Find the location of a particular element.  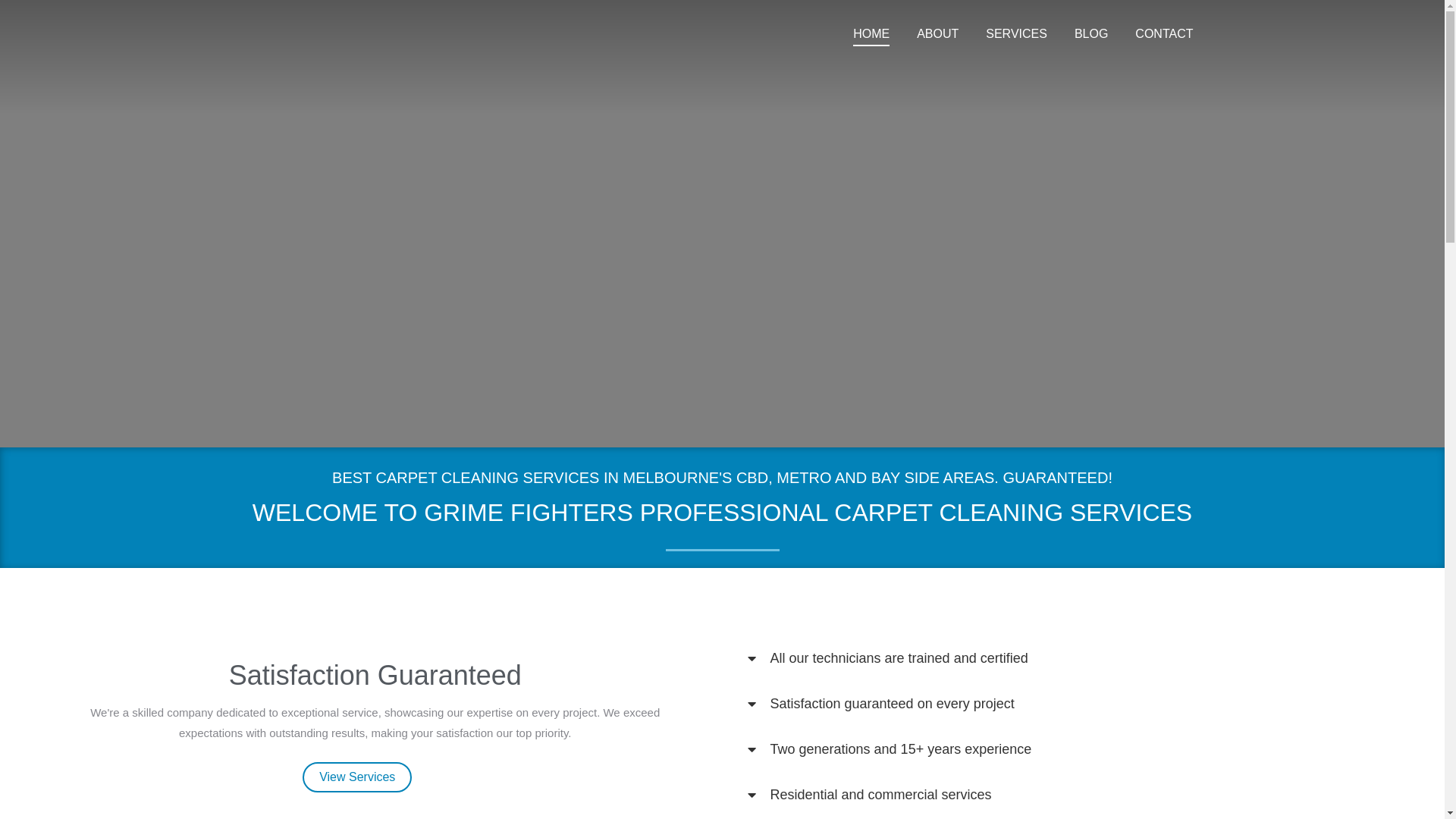

'View Services' is located at coordinates (356, 777).